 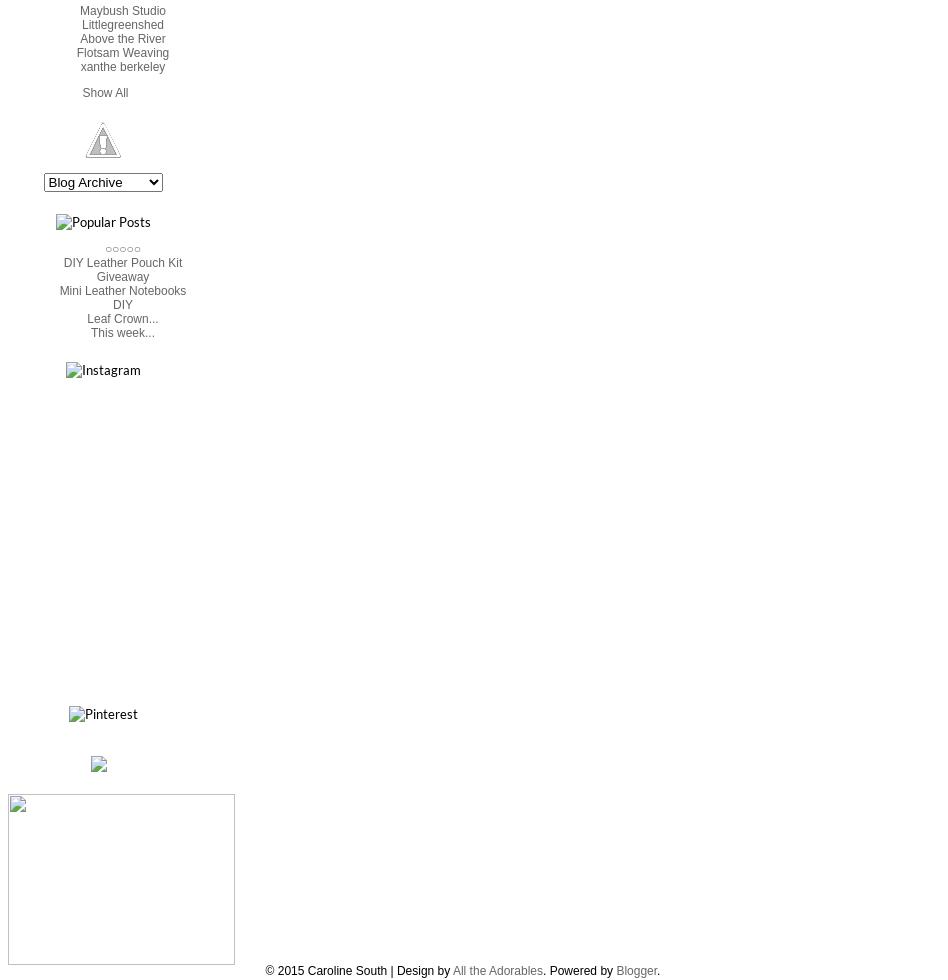 I want to click on '.', so click(x=657, y=970).